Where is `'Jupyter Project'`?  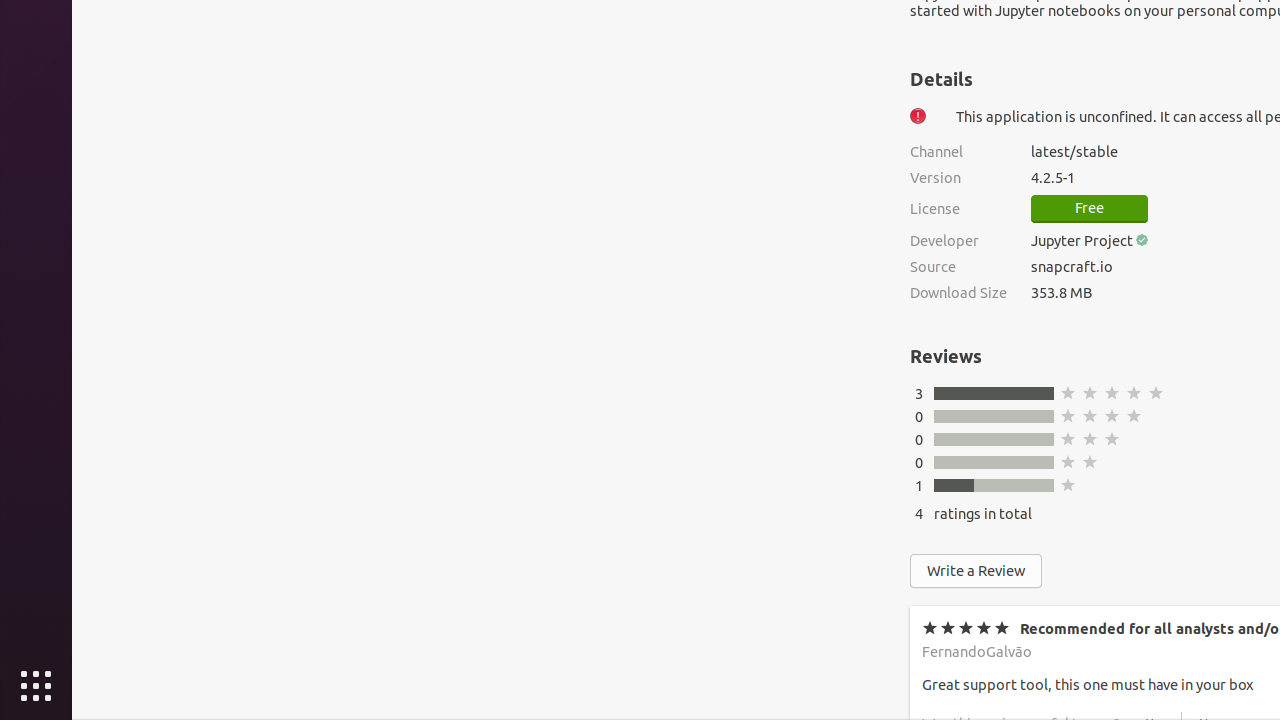
'Jupyter Project' is located at coordinates (1080, 239).